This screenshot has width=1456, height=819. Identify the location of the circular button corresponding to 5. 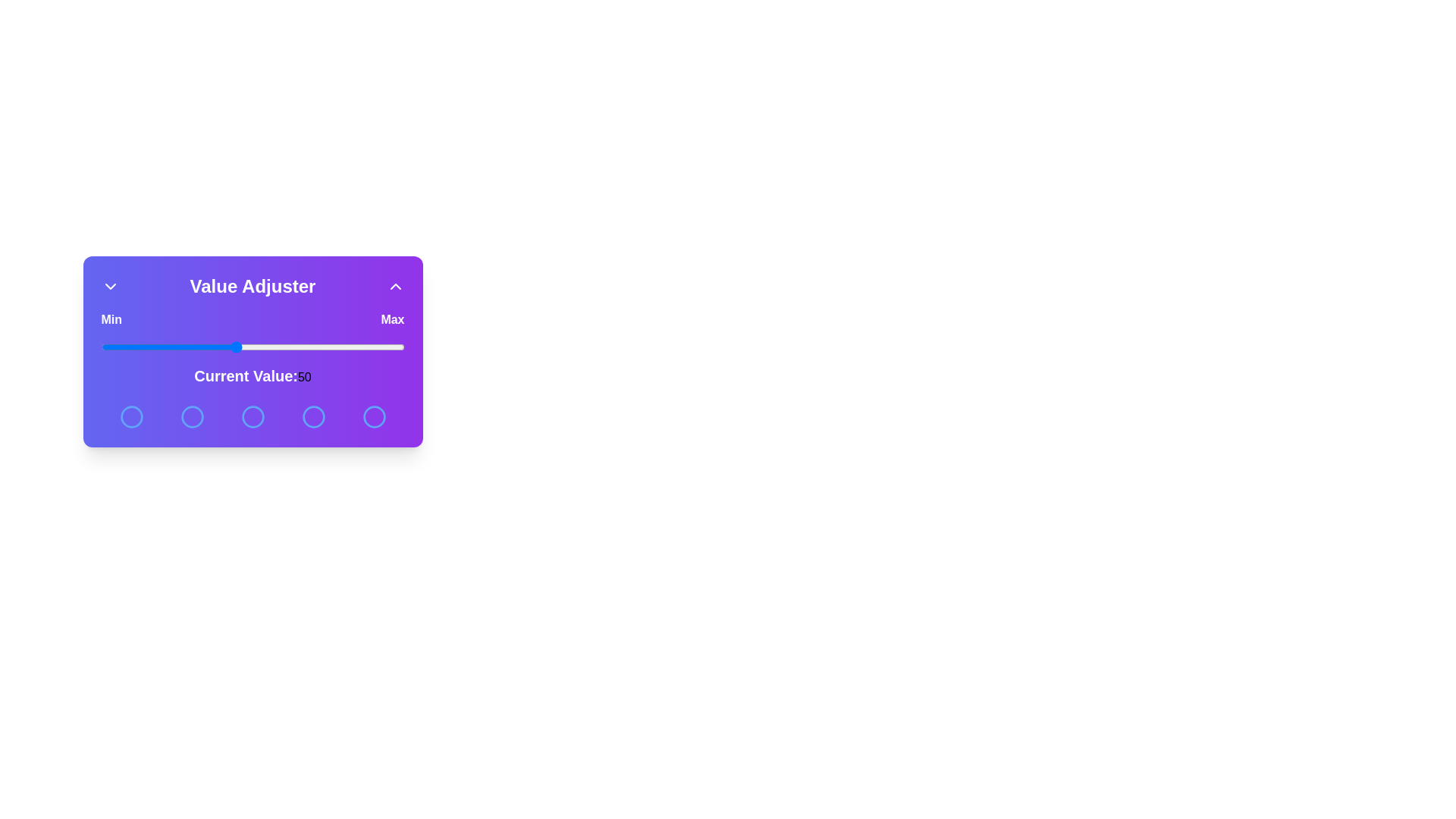
(374, 417).